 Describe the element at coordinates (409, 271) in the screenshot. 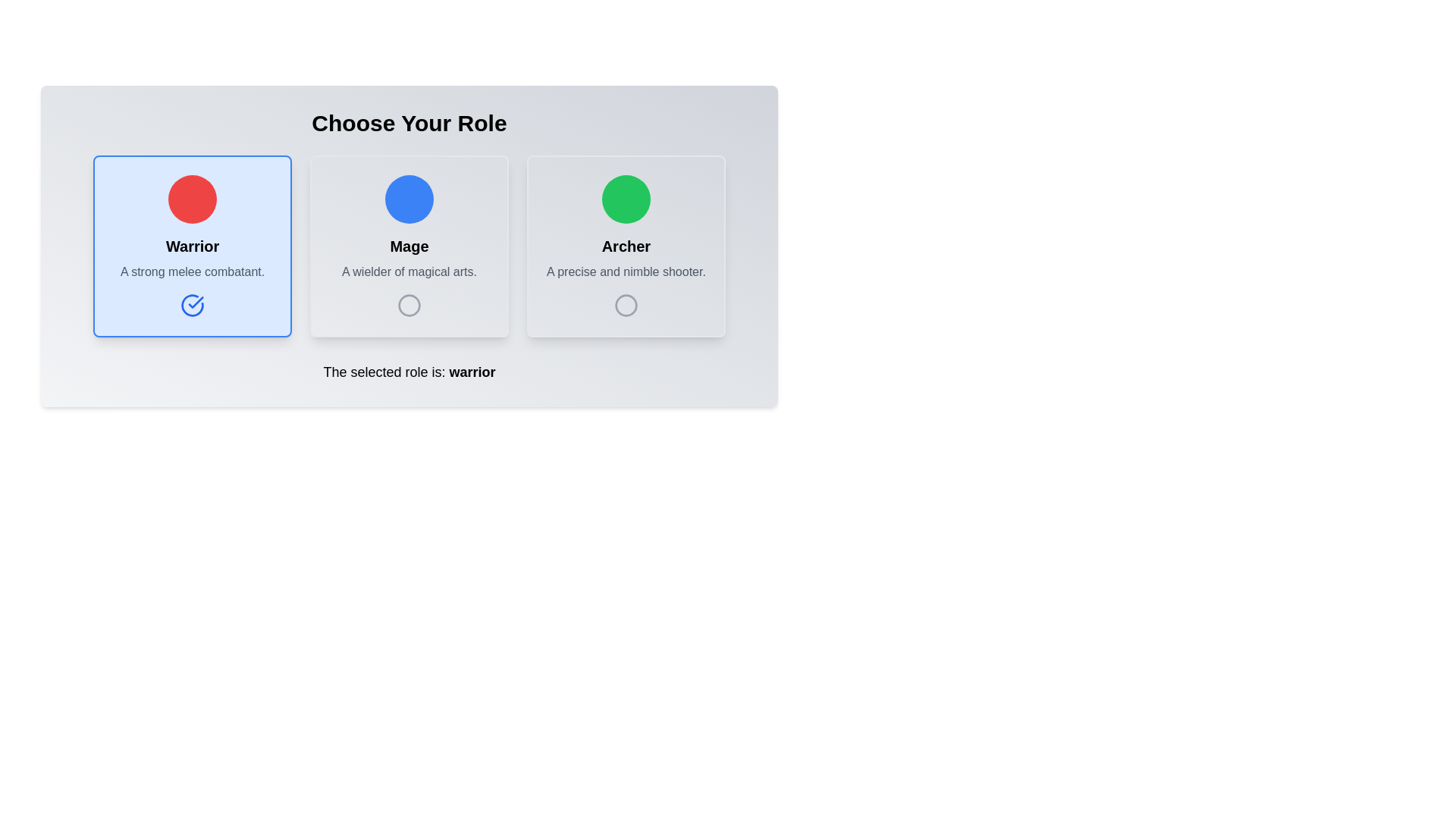

I see `the text element that displays 'A wielder of magical arts.' located below the title 'Mage' within the Mage card` at that location.